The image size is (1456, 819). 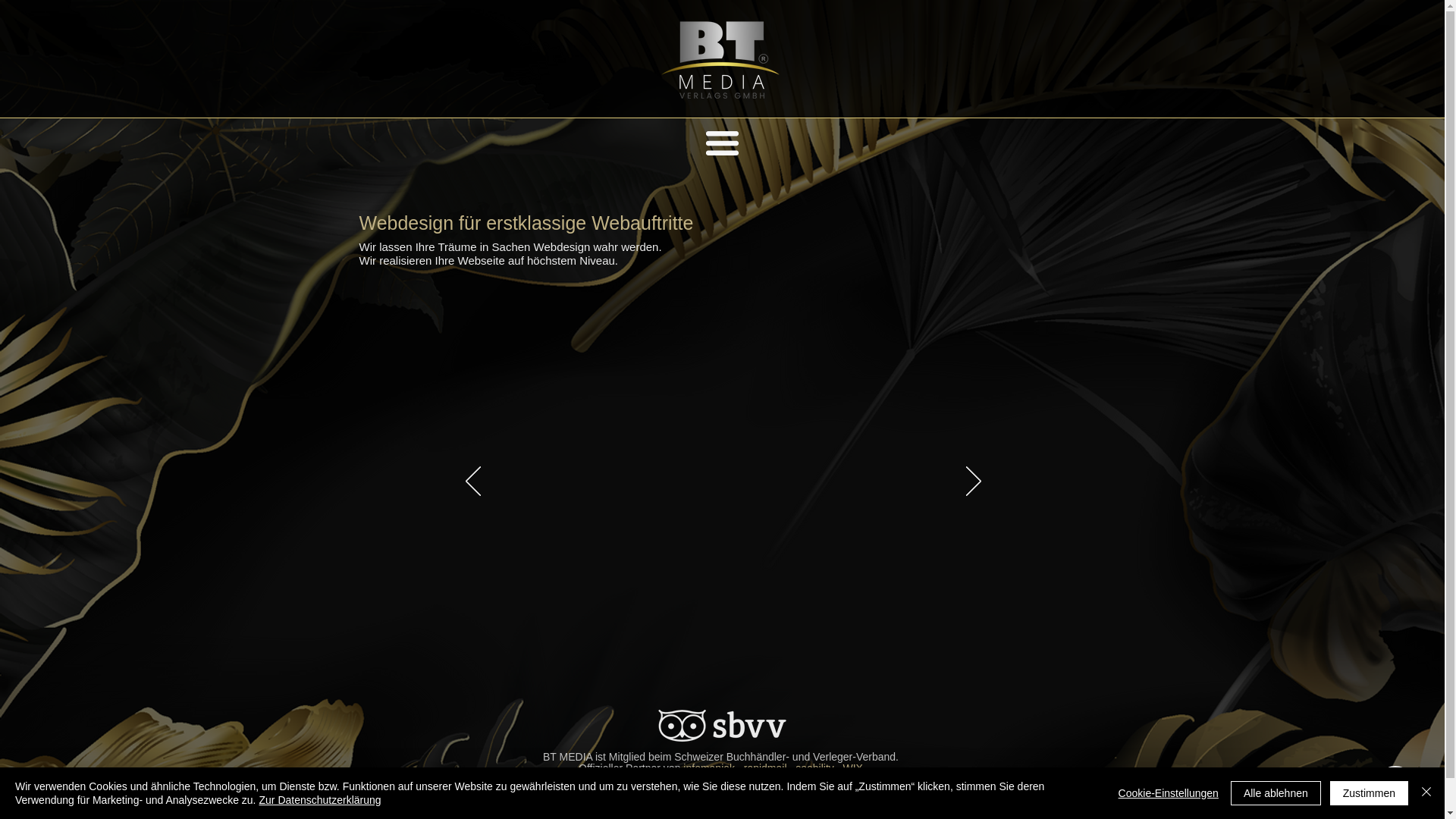 What do you see at coordinates (1329, 792) in the screenshot?
I see `'Zustimmen'` at bounding box center [1329, 792].